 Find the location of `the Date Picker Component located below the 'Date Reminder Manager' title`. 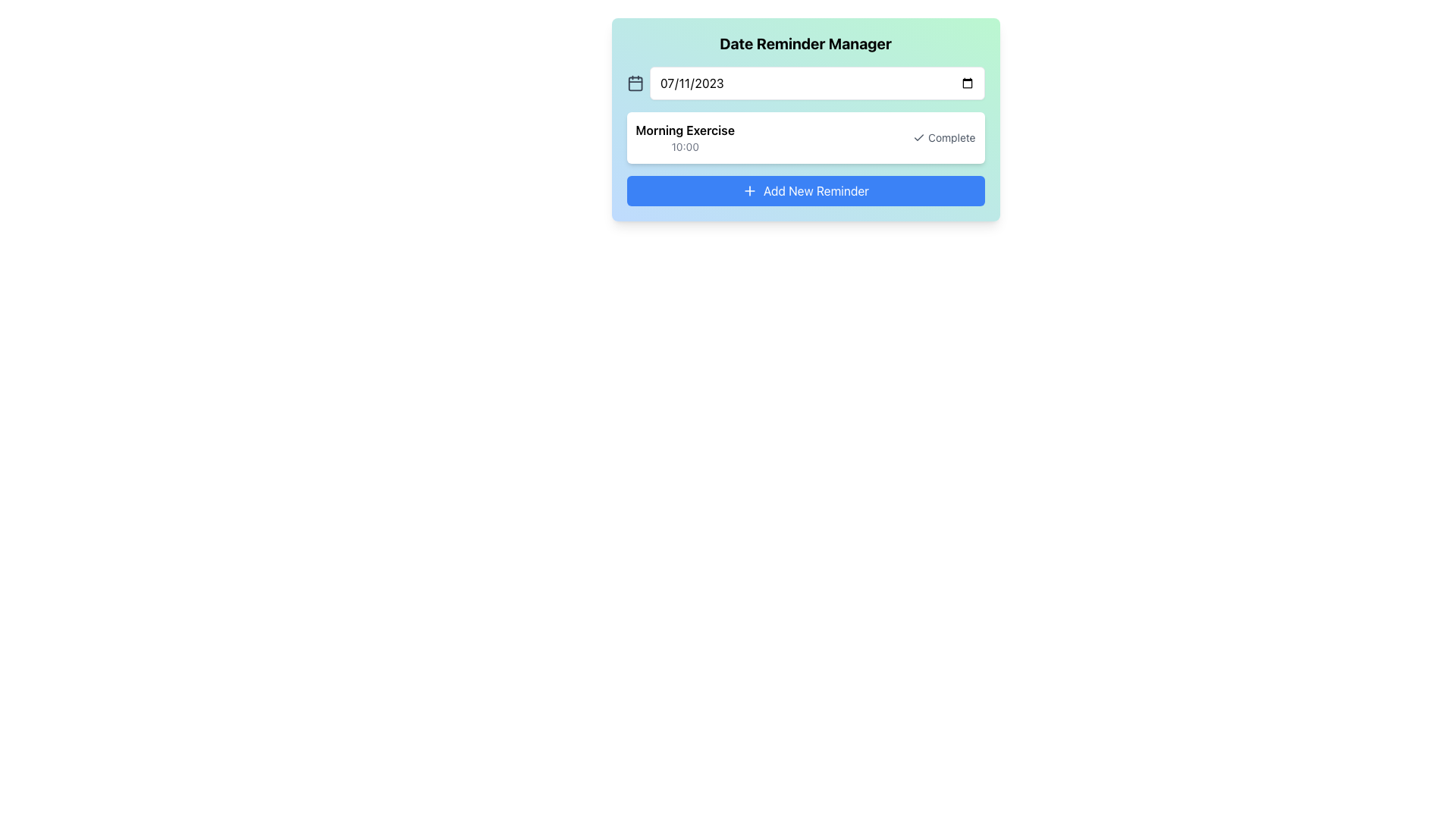

the Date Picker Component located below the 'Date Reminder Manager' title is located at coordinates (805, 83).